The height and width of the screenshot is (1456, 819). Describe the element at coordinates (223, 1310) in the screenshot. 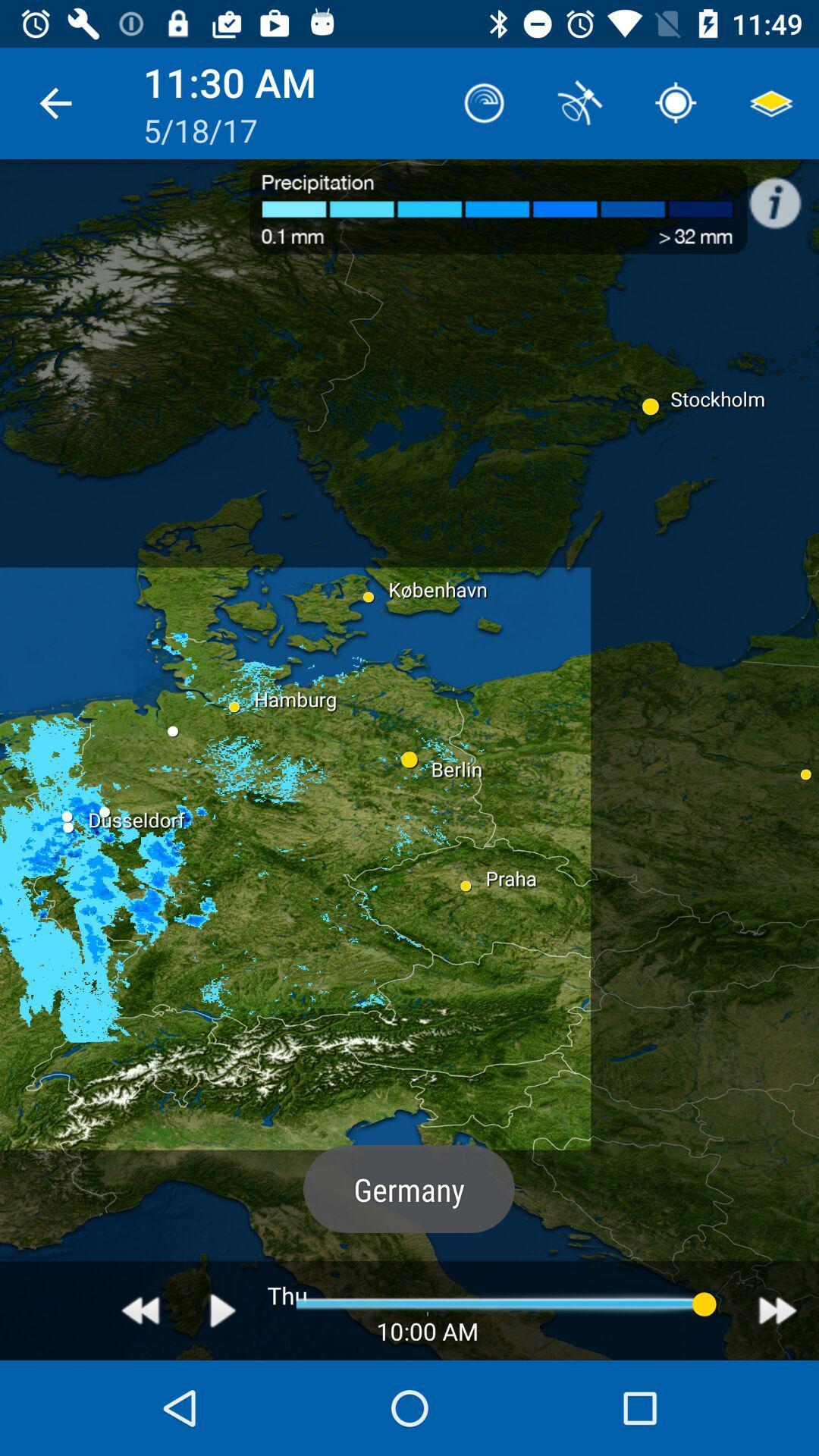

I see `play` at that location.